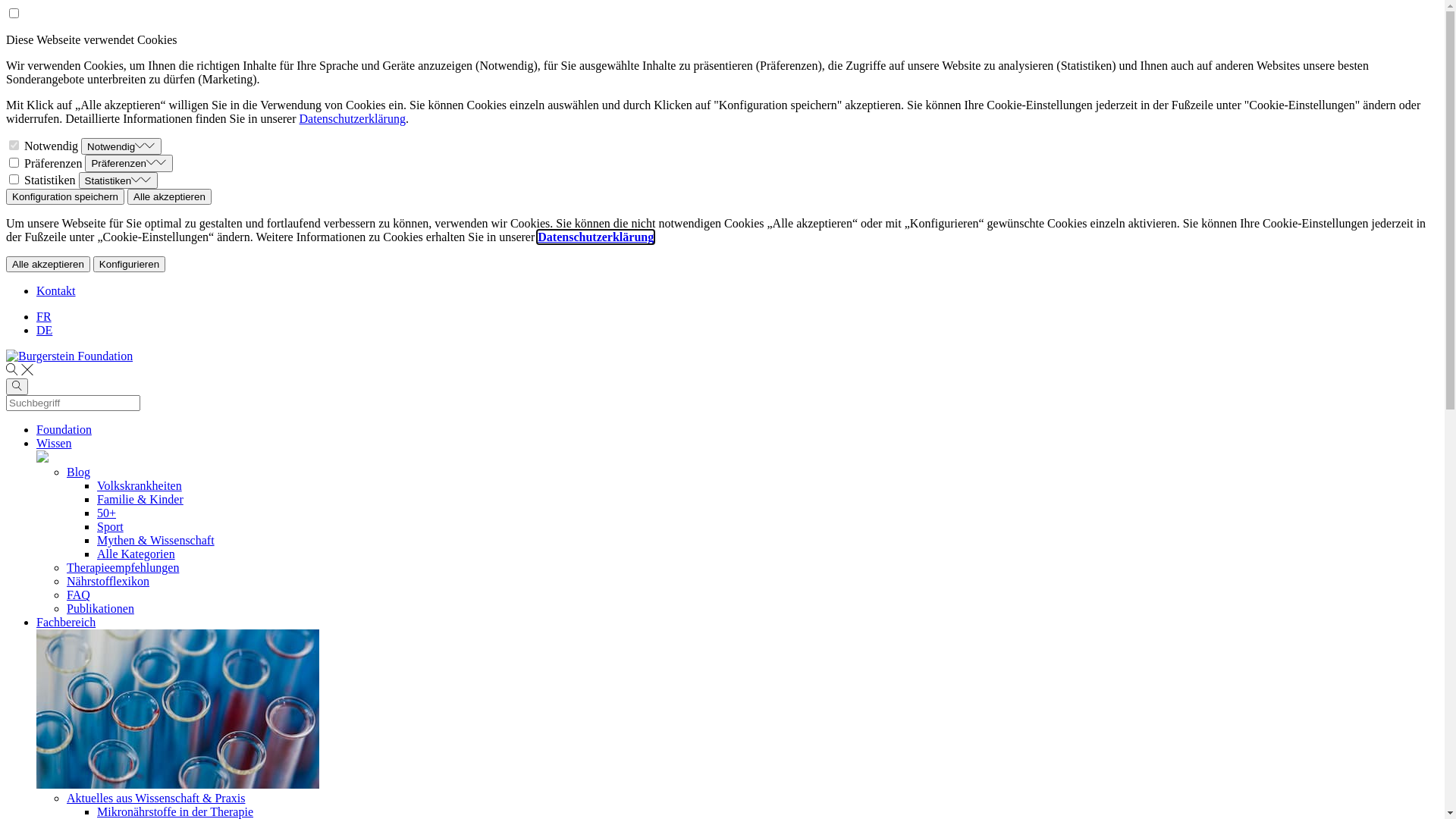 The height and width of the screenshot is (819, 1456). What do you see at coordinates (93, 263) in the screenshot?
I see `'Konfigurieren'` at bounding box center [93, 263].